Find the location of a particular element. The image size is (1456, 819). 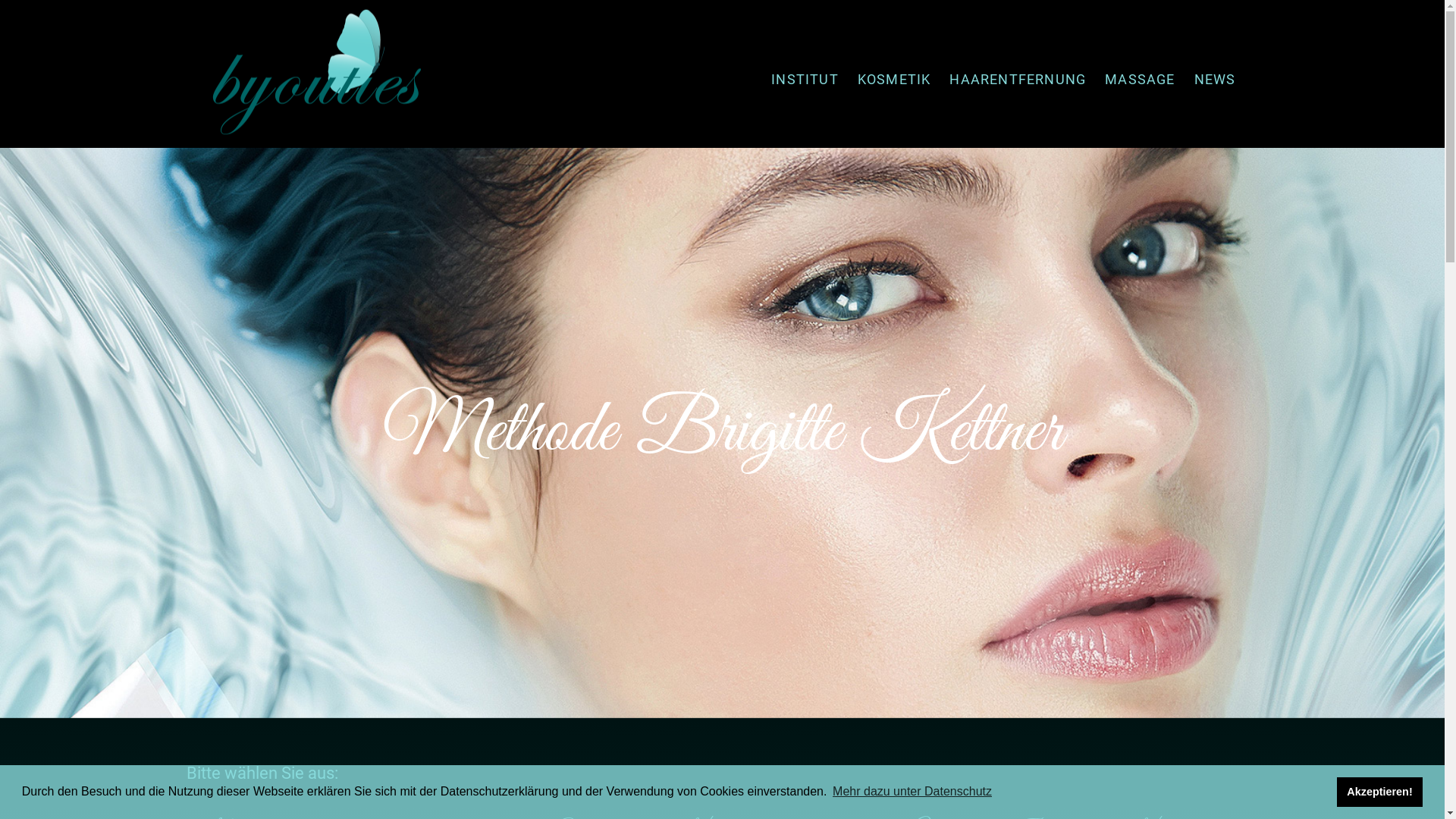

'MASSAGE' is located at coordinates (1139, 79).